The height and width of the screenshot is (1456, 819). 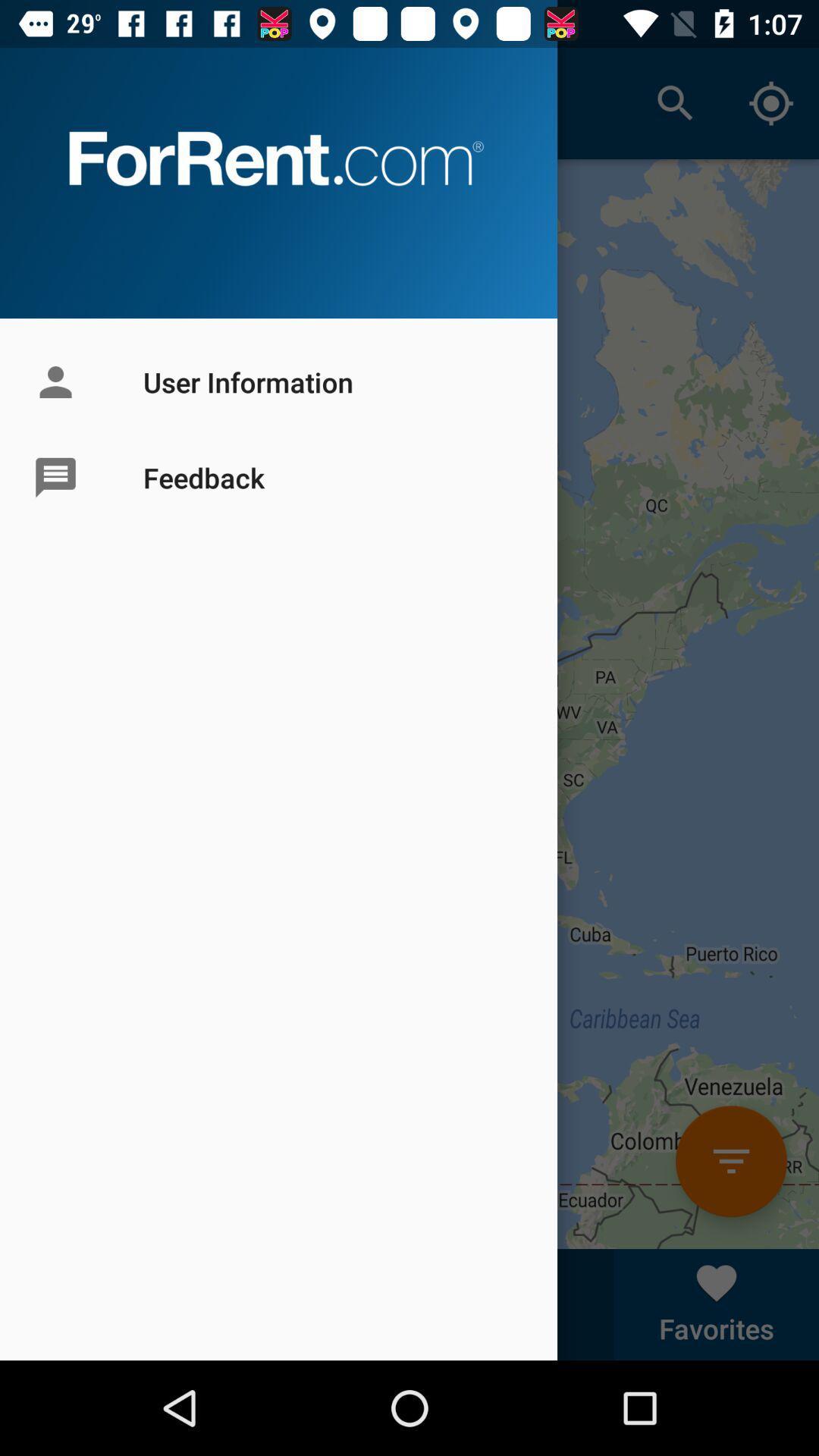 What do you see at coordinates (717, 1304) in the screenshot?
I see `right corner text from bottom` at bounding box center [717, 1304].